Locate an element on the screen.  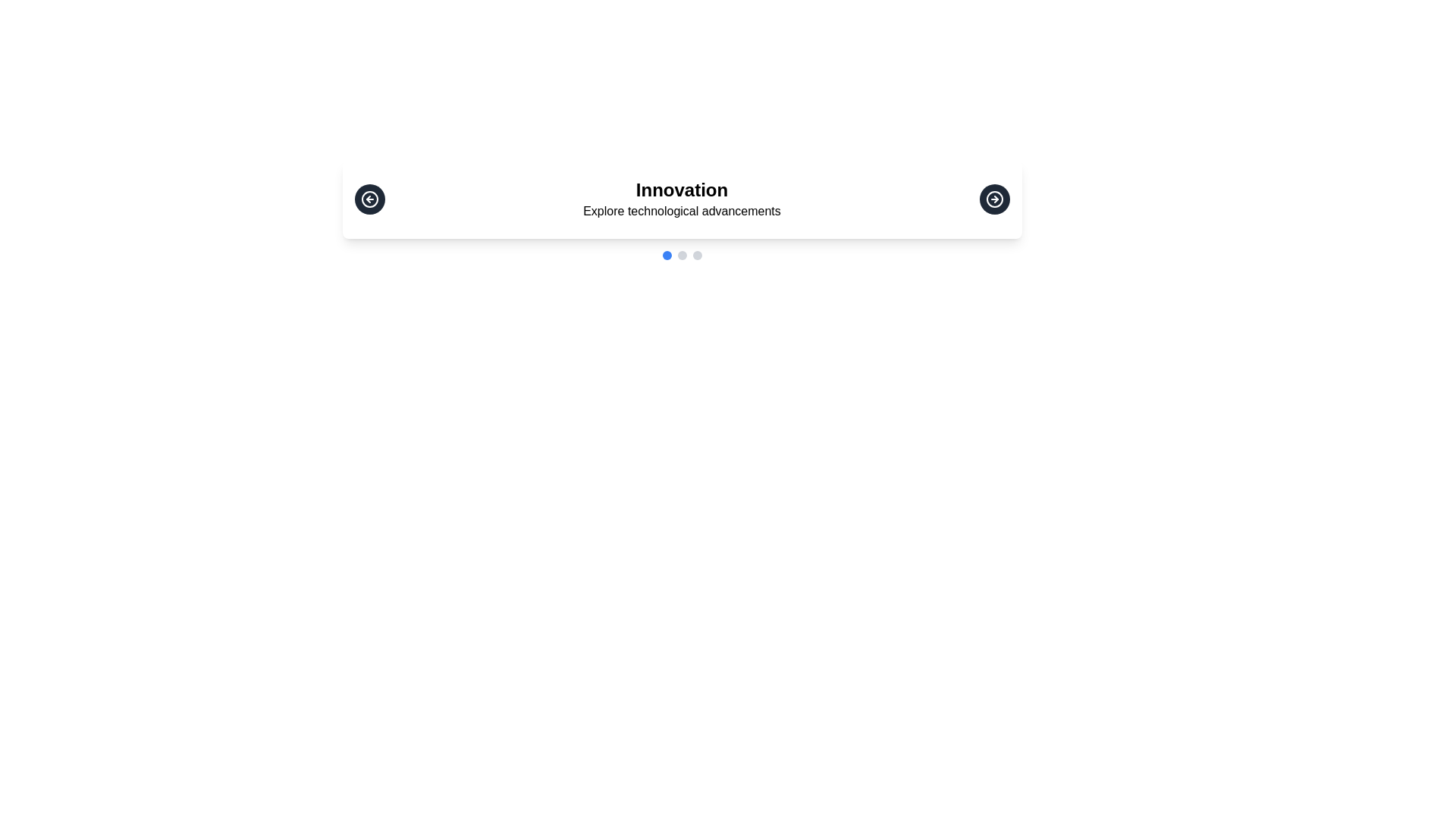
the decorative SVG Circle that is part of the icon located to the right of the card in the UI, adjacent to the header containing the text 'Innovation' is located at coordinates (994, 198).